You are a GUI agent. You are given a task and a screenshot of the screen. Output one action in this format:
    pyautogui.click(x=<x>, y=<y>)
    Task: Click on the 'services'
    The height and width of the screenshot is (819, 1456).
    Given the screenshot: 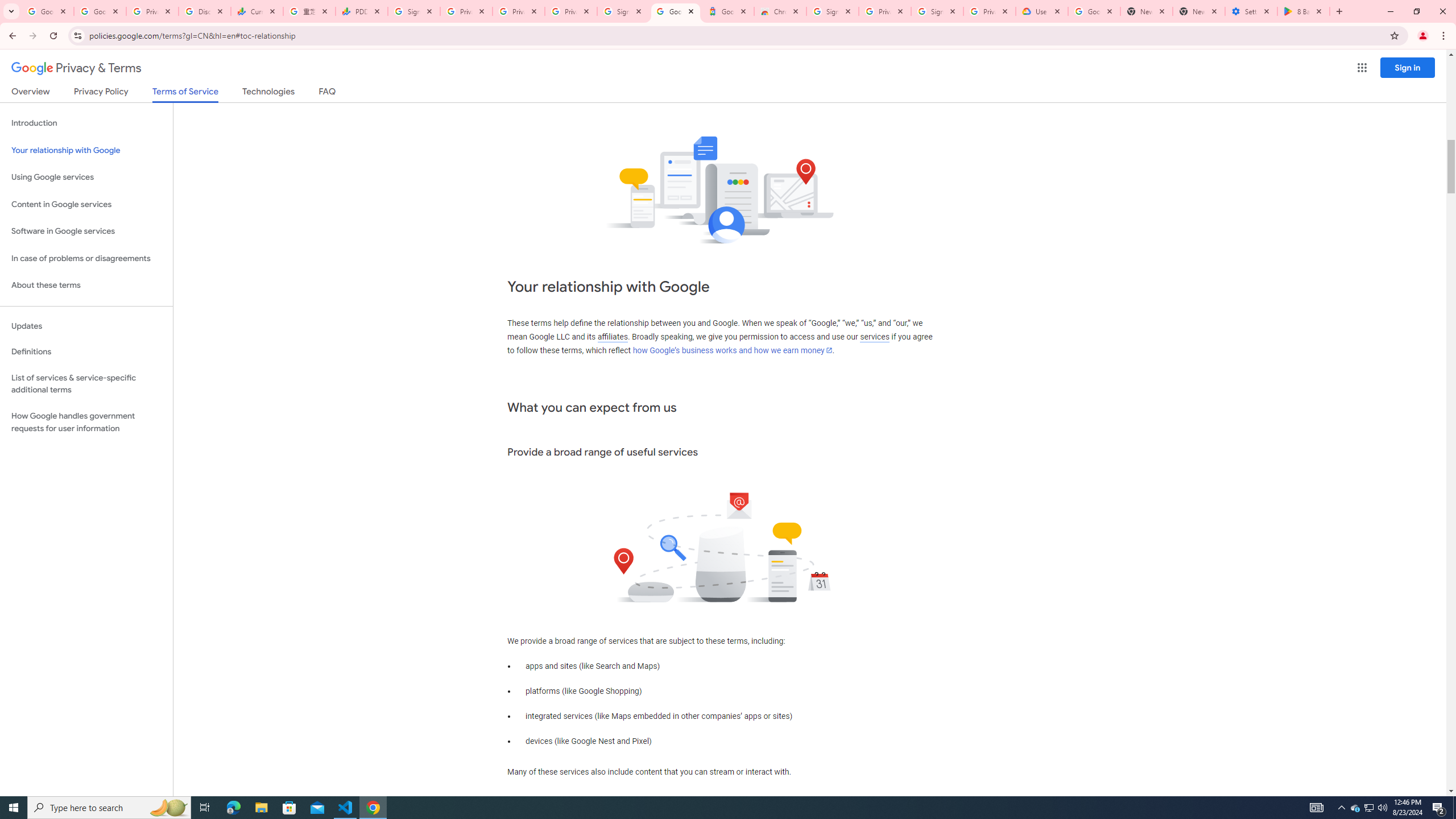 What is the action you would take?
    pyautogui.click(x=874, y=336)
    